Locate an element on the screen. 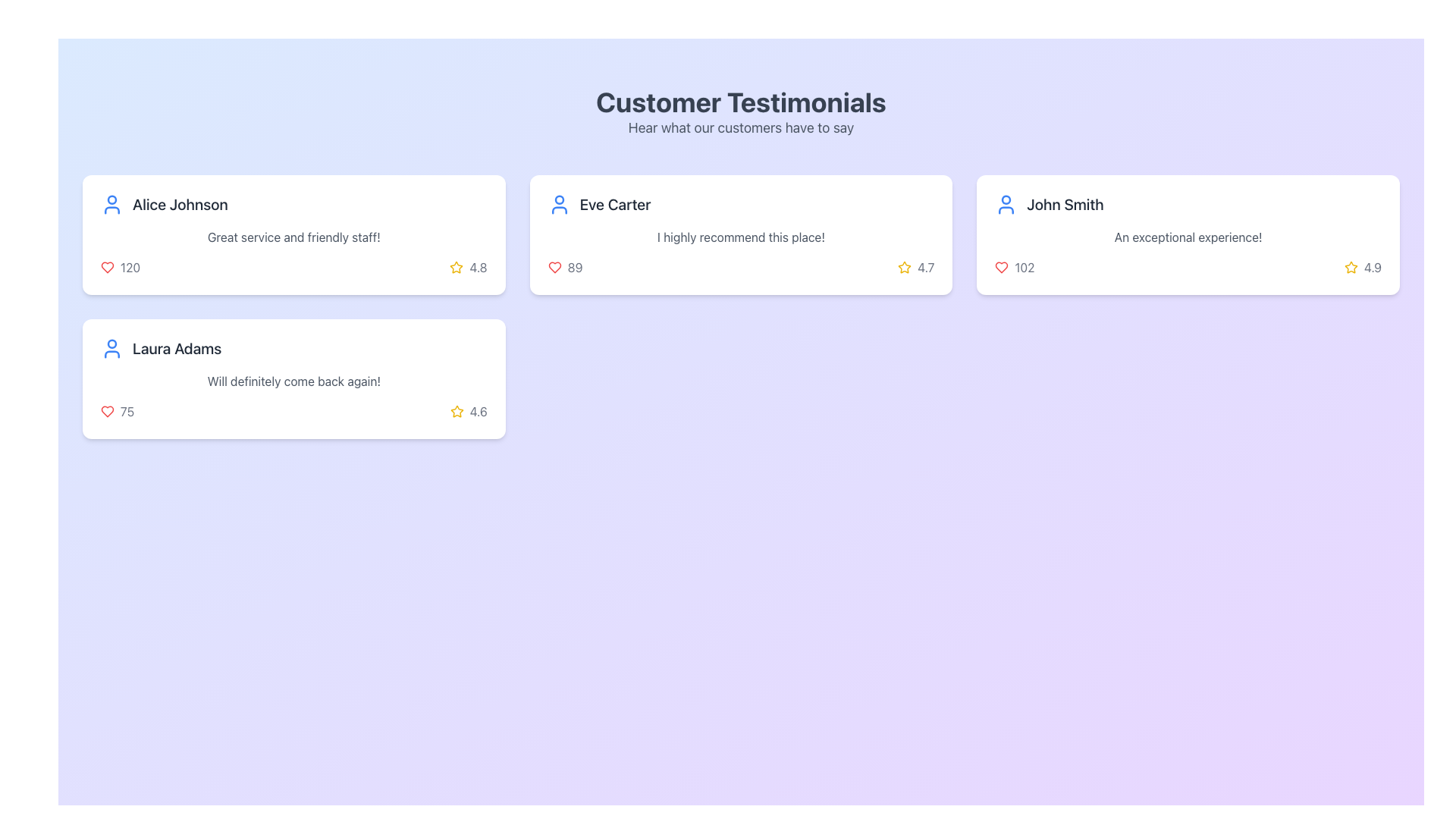 This screenshot has width=1456, height=819. the human figure icon, which is part of the testimonial card for 'Eve Carter', located at the top-left area of the card is located at coordinates (558, 210).